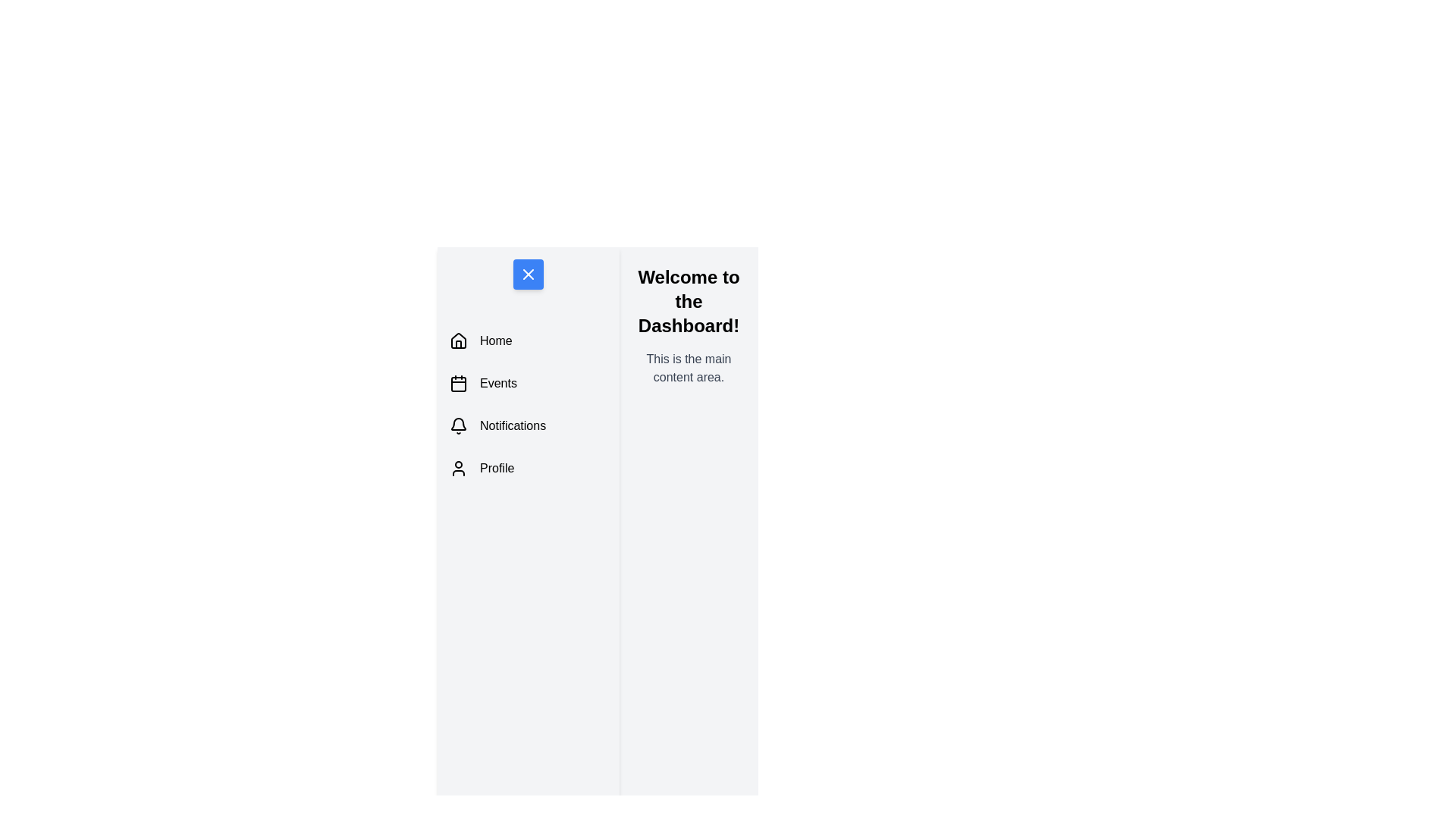  I want to click on the central structural graphical element of the calendar icon located in the left sidebar menu, so click(457, 383).